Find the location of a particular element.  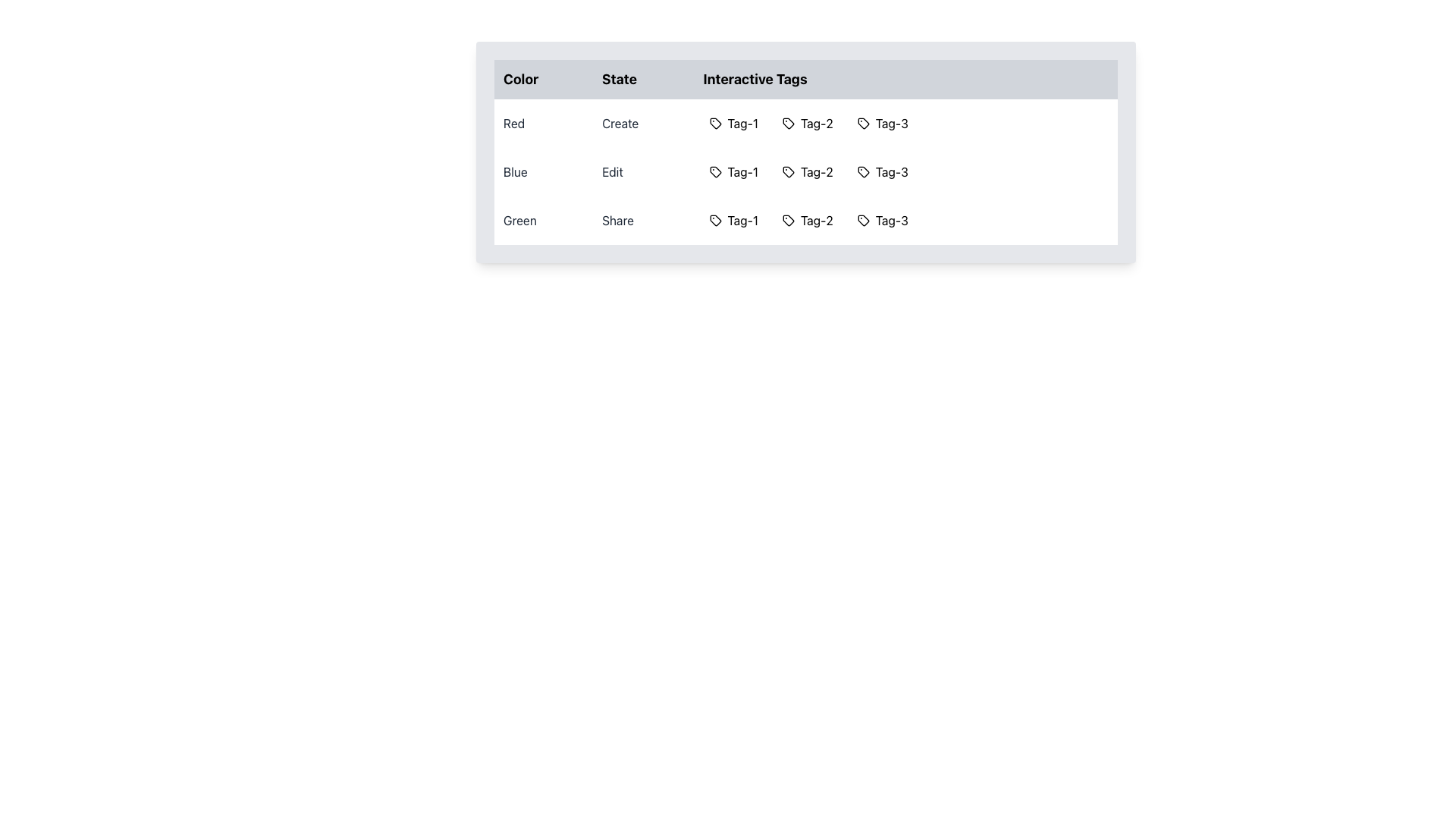

the 'Tag-2' icon, which is the first icon in the 'Interactive Tags' section under the 'Green' row, located between 'Tag-1' and 'Tag-3' is located at coordinates (789, 220).